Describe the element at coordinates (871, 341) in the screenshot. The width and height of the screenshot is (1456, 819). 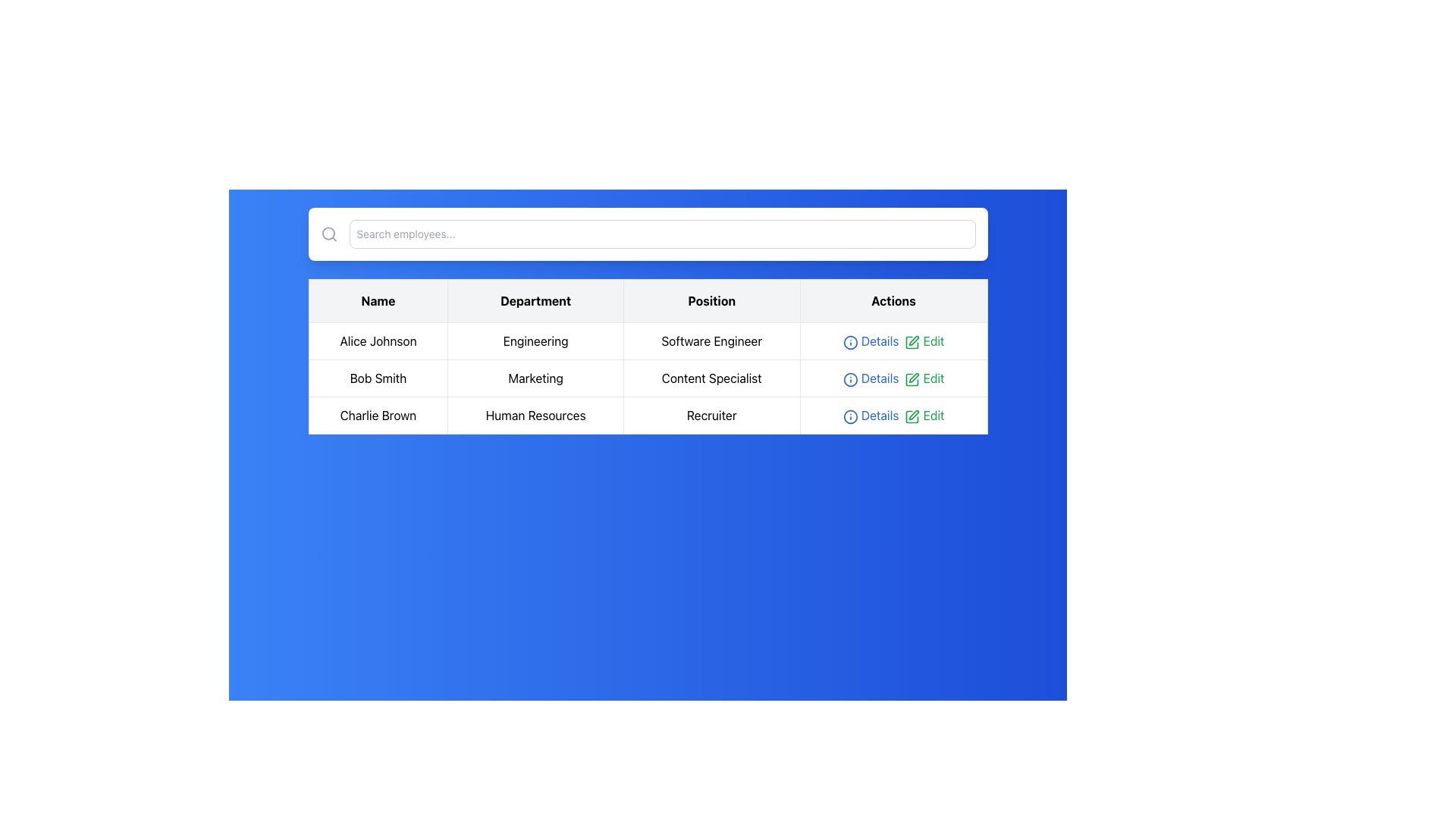
I see `the 'Details' navigation link located in the 'Actions' column of the table for the person 'Alice Johnson'` at that location.